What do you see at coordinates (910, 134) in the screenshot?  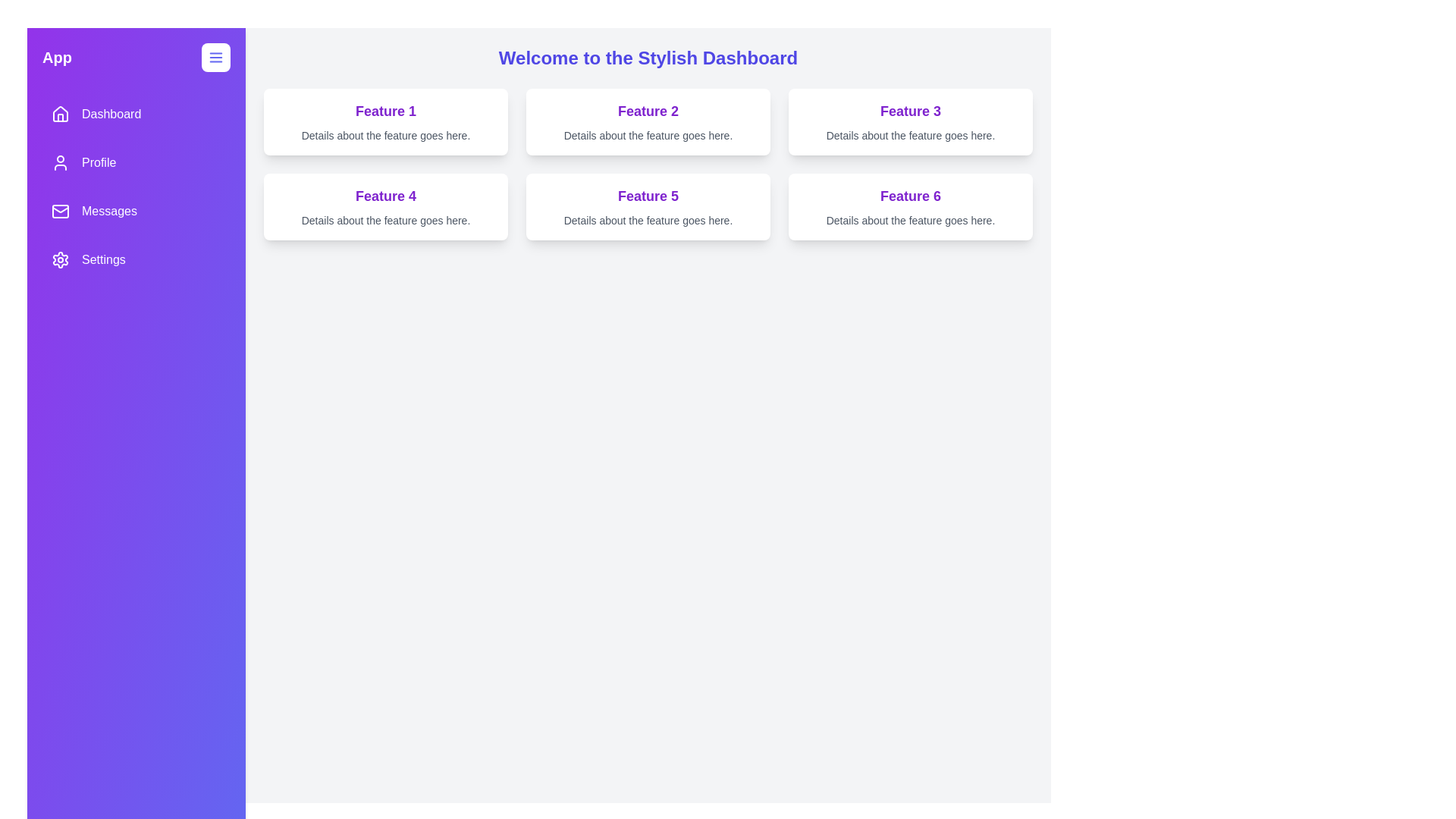 I see `the text element that reads 'Details about the feature goes here.' positioned below the heading 'Feature 3'` at bounding box center [910, 134].